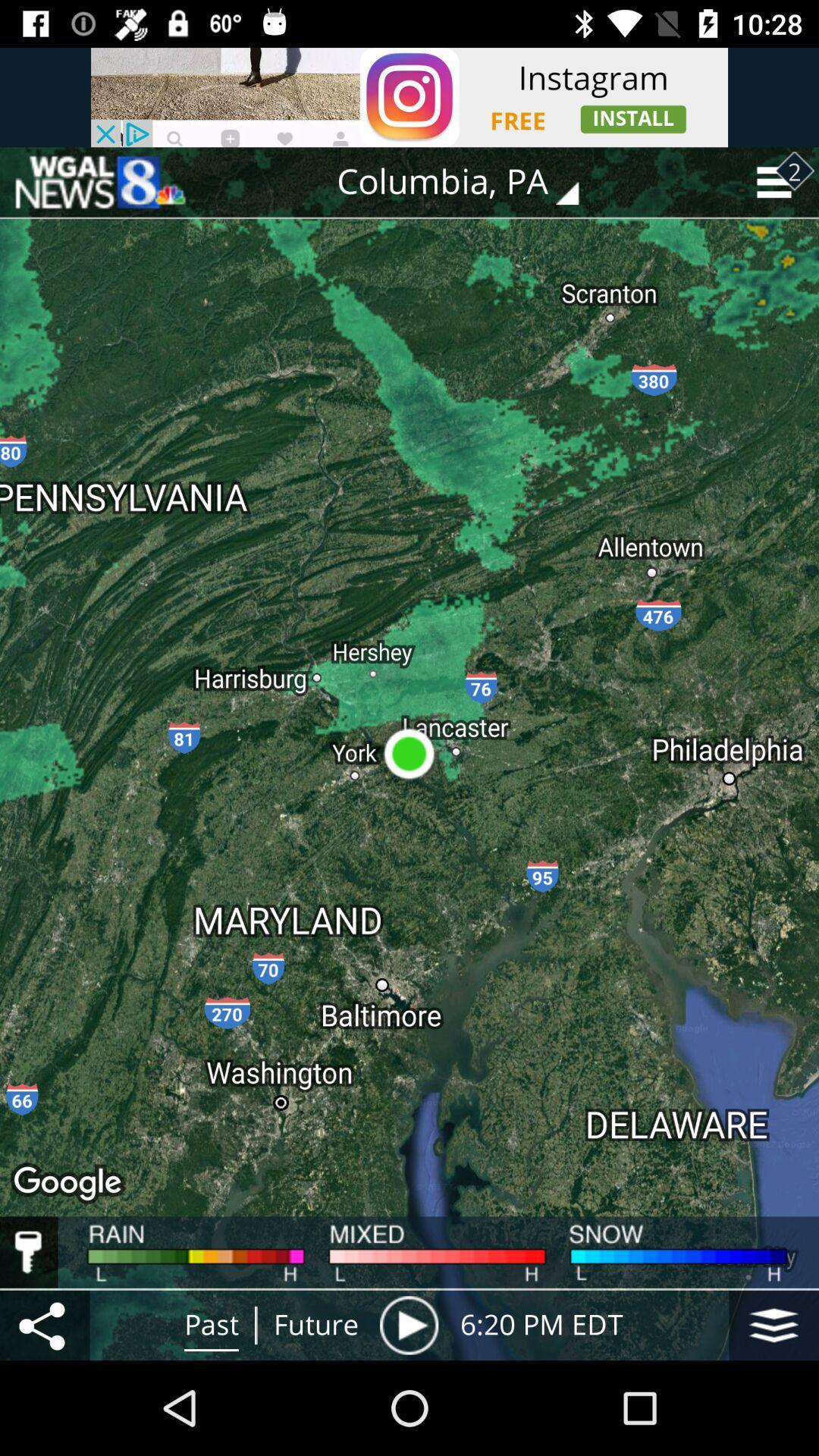 The image size is (819, 1456). What do you see at coordinates (29, 1252) in the screenshot?
I see `show weather map keys` at bounding box center [29, 1252].